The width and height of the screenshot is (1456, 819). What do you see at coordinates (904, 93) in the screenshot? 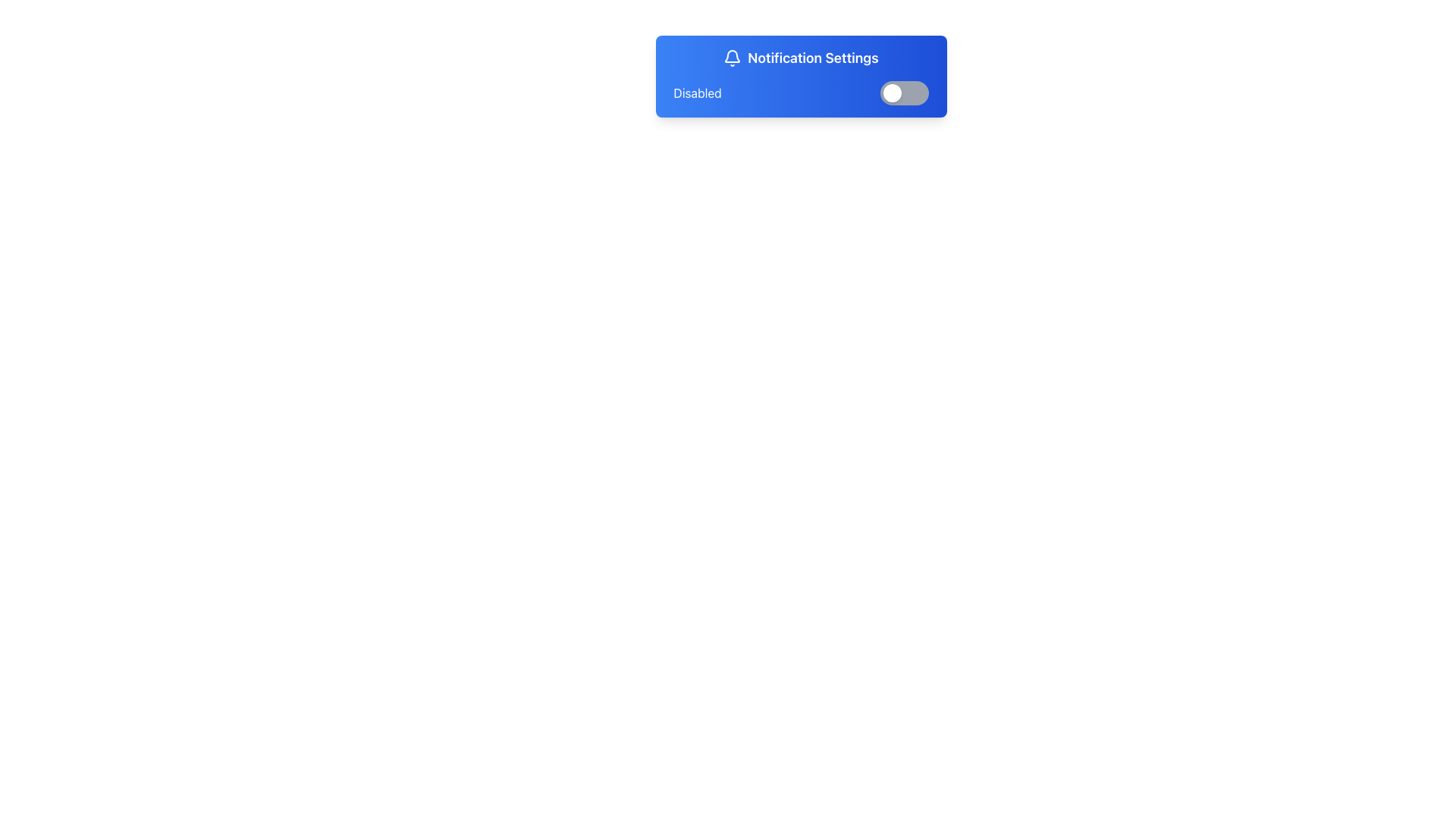
I see `the toggle switch located at the right end of the horizontal bar labeled 'Disabled' in the 'Notification Settings' section to change its state` at bounding box center [904, 93].